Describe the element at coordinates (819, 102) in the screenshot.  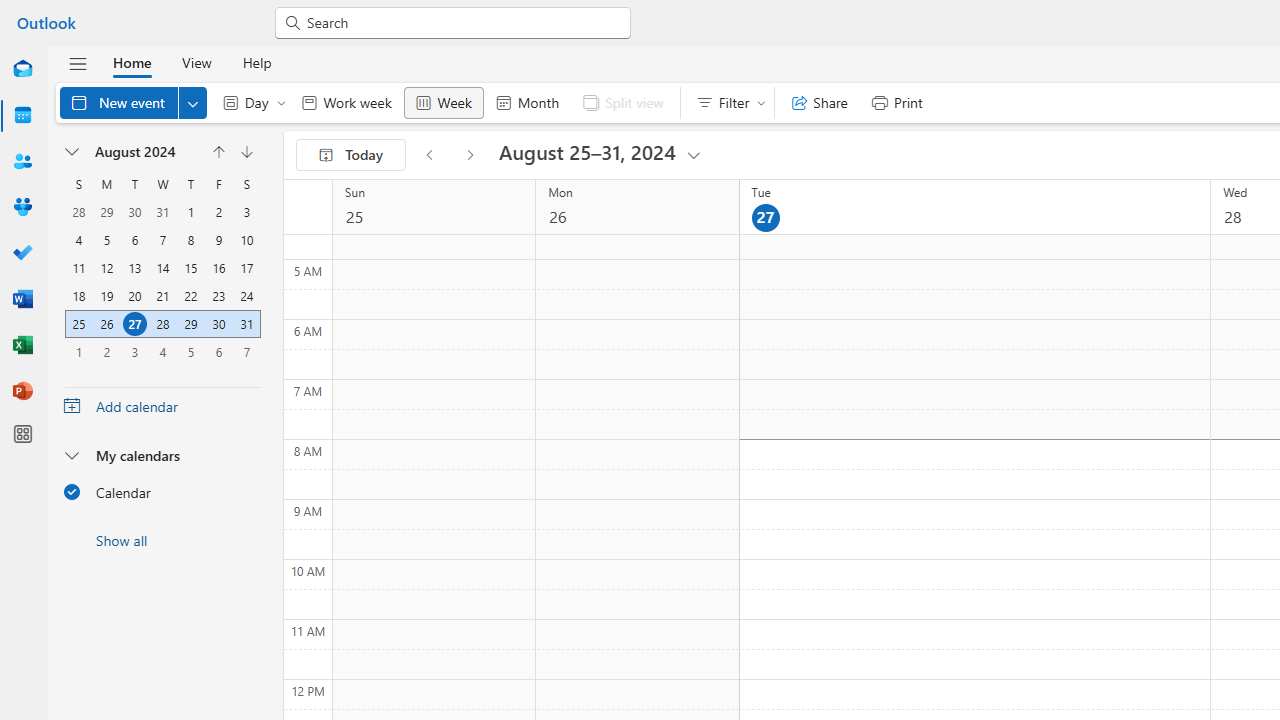
I see `'Share'` at that location.